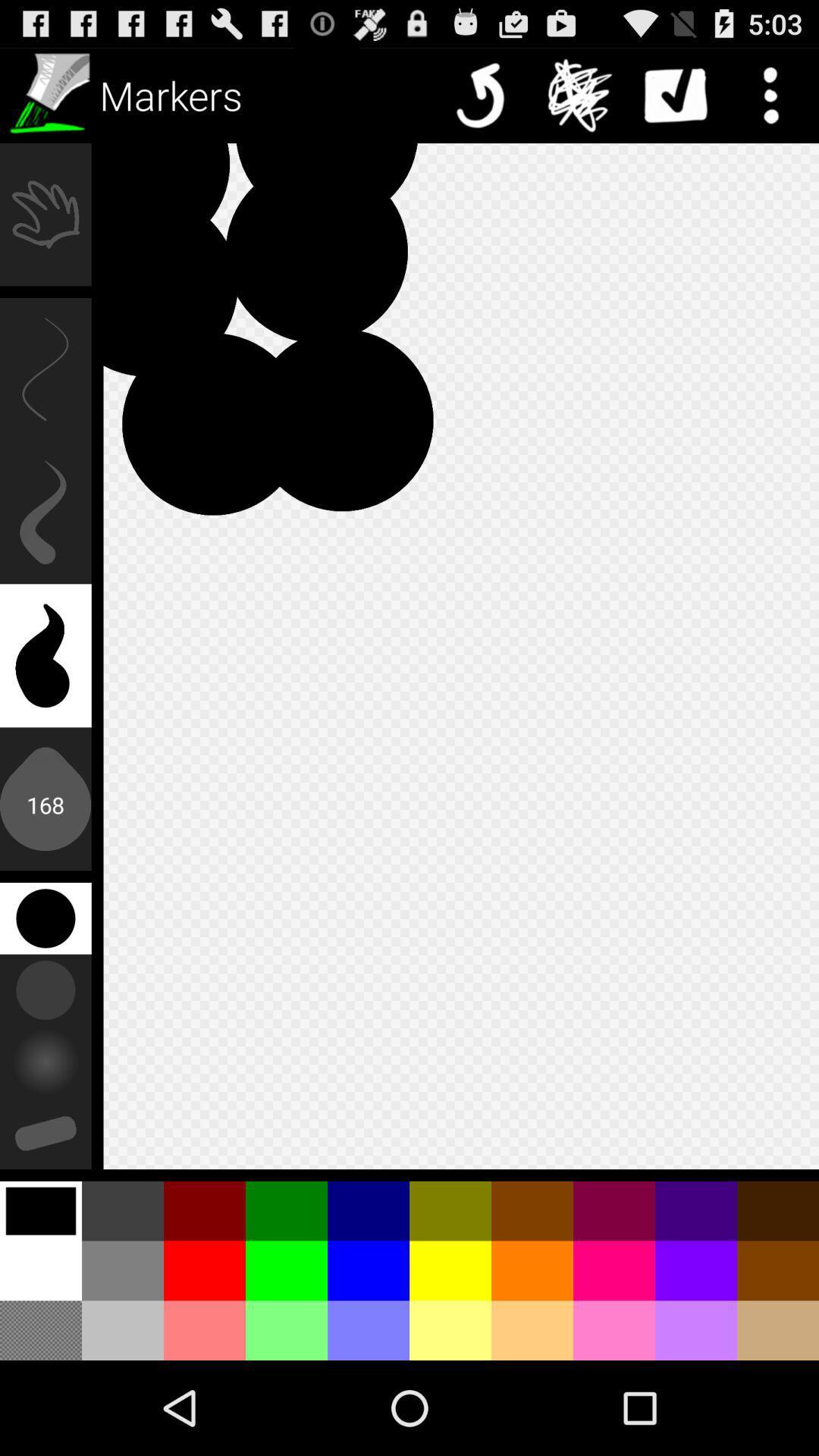 The height and width of the screenshot is (1456, 819). What do you see at coordinates (205, 1270) in the screenshot?
I see `the 3rd color from the left in the 2nd row at the bottom of the page` at bounding box center [205, 1270].